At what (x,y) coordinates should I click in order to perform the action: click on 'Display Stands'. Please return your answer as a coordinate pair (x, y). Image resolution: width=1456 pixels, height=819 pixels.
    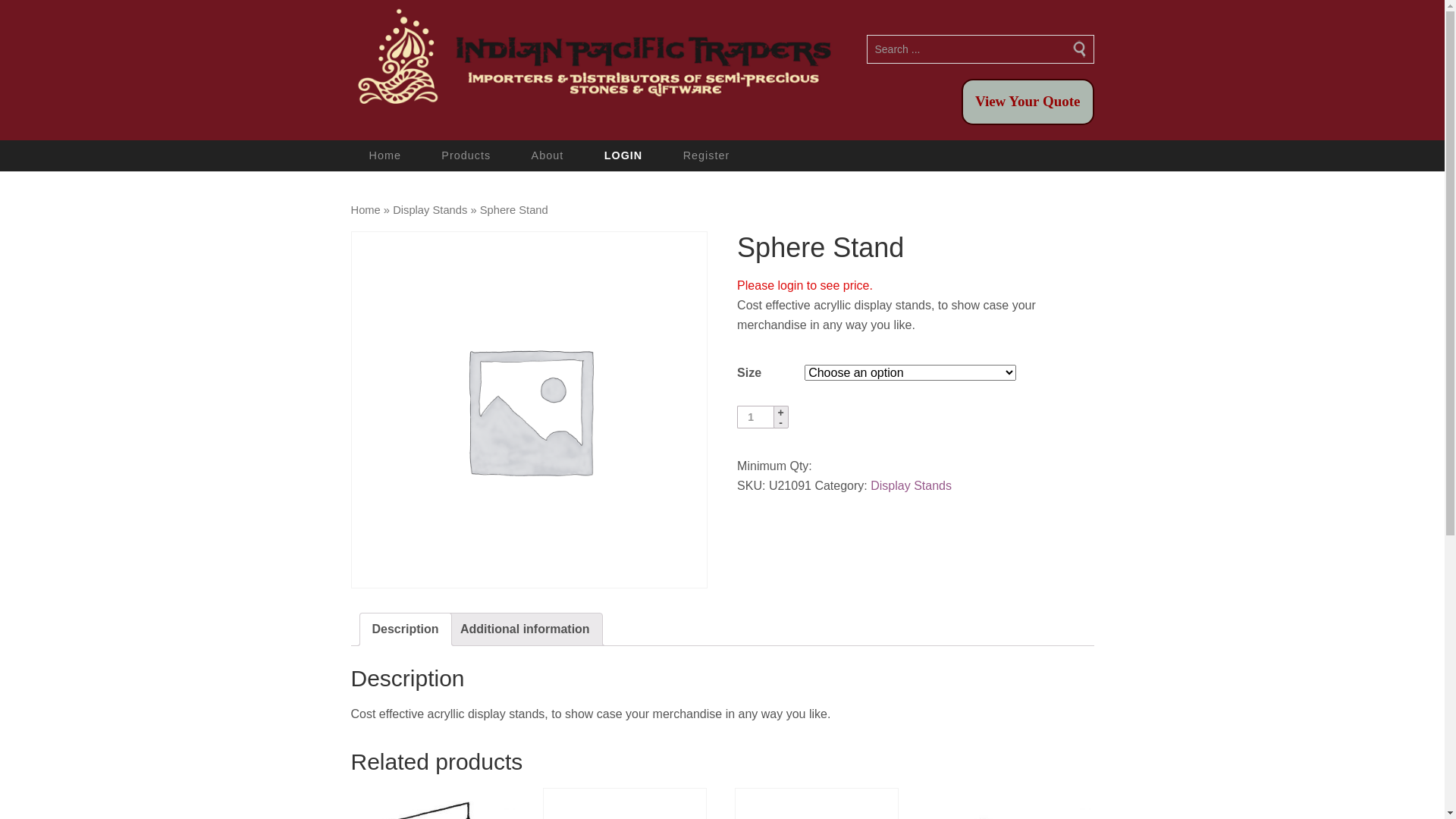
    Looking at the image, I should click on (870, 485).